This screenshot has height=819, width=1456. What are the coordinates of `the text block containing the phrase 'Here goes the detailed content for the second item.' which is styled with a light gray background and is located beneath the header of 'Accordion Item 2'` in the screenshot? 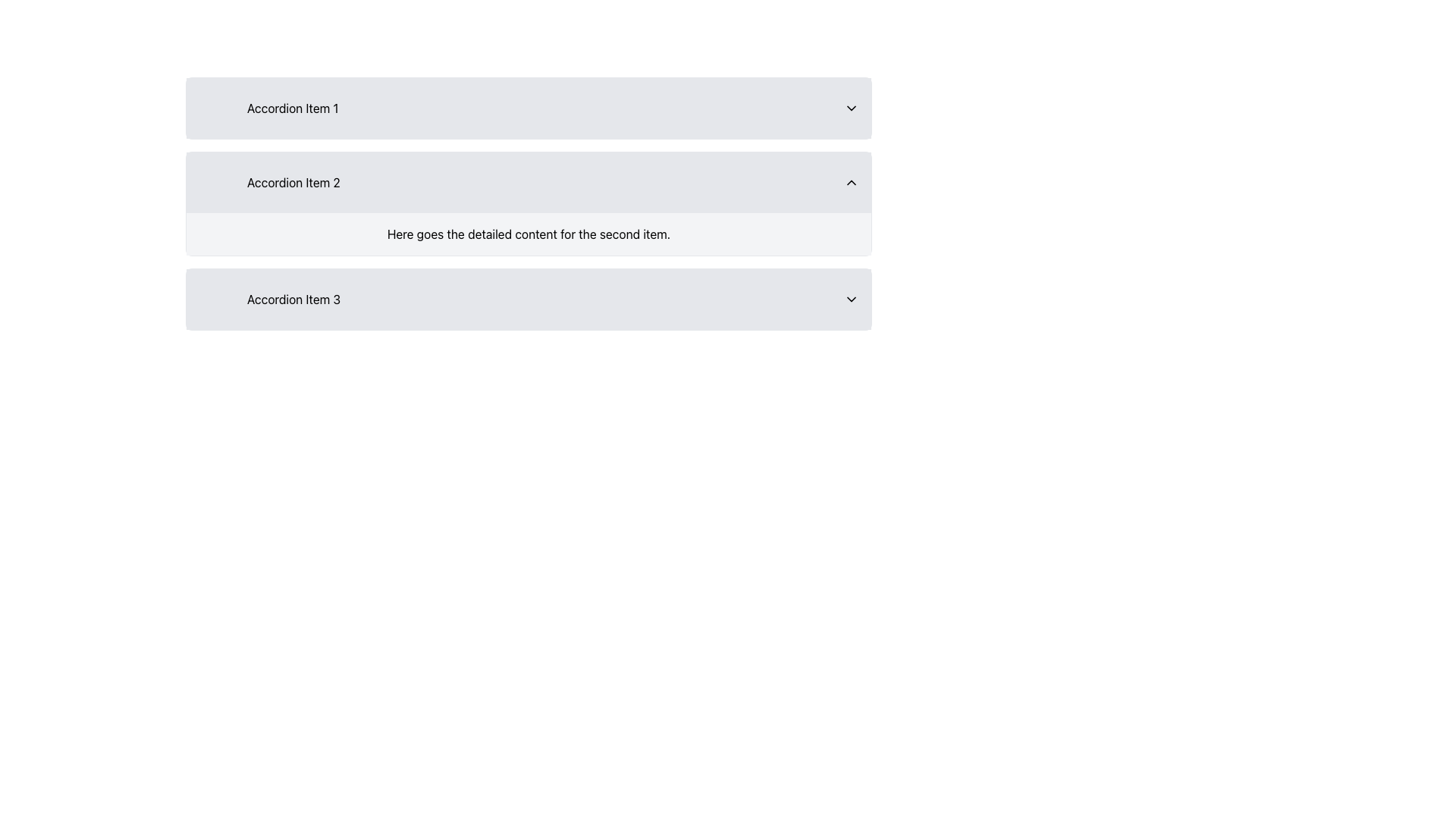 It's located at (529, 234).